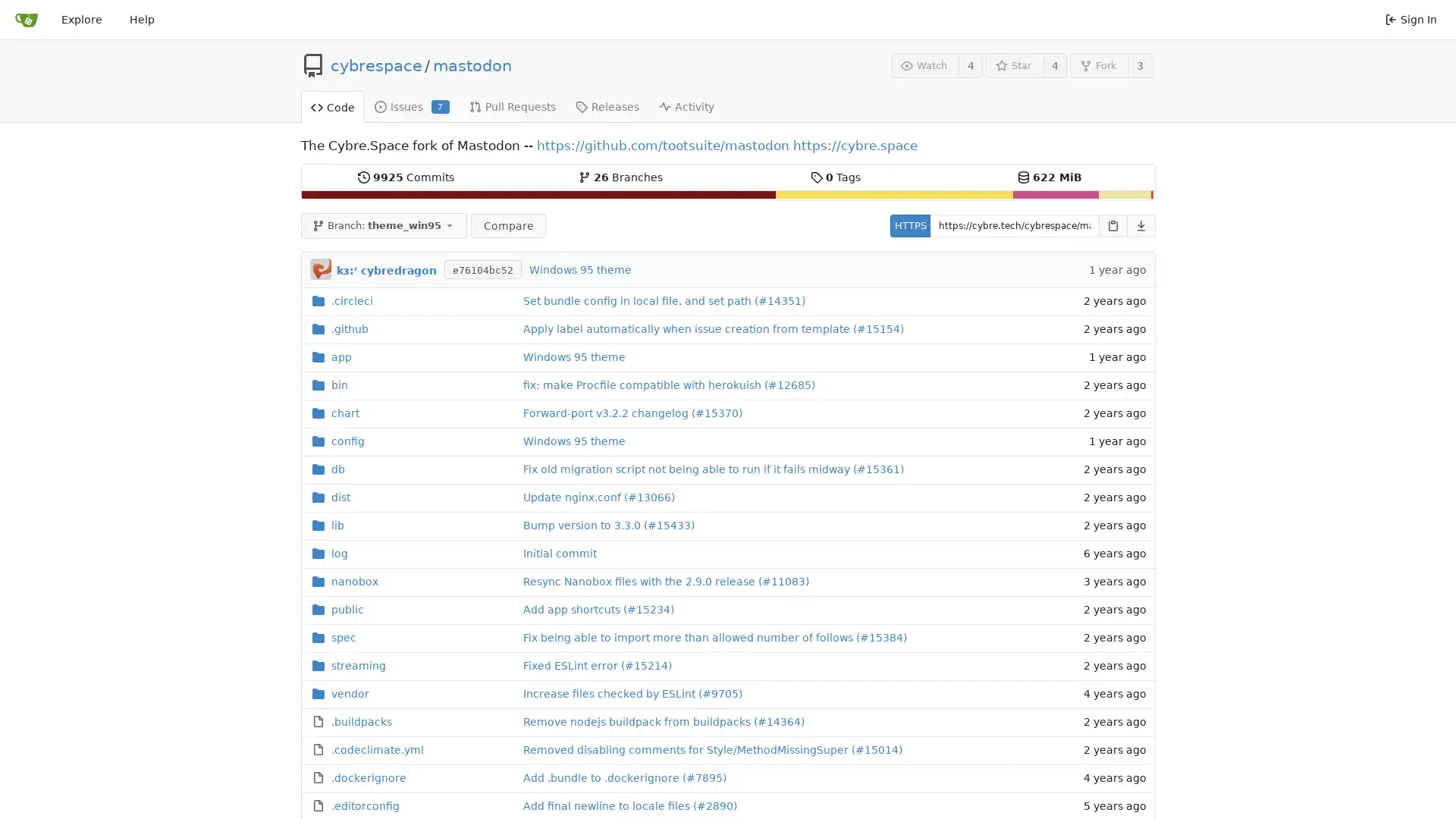 The width and height of the screenshot is (1456, 819). I want to click on Watch, so click(924, 64).